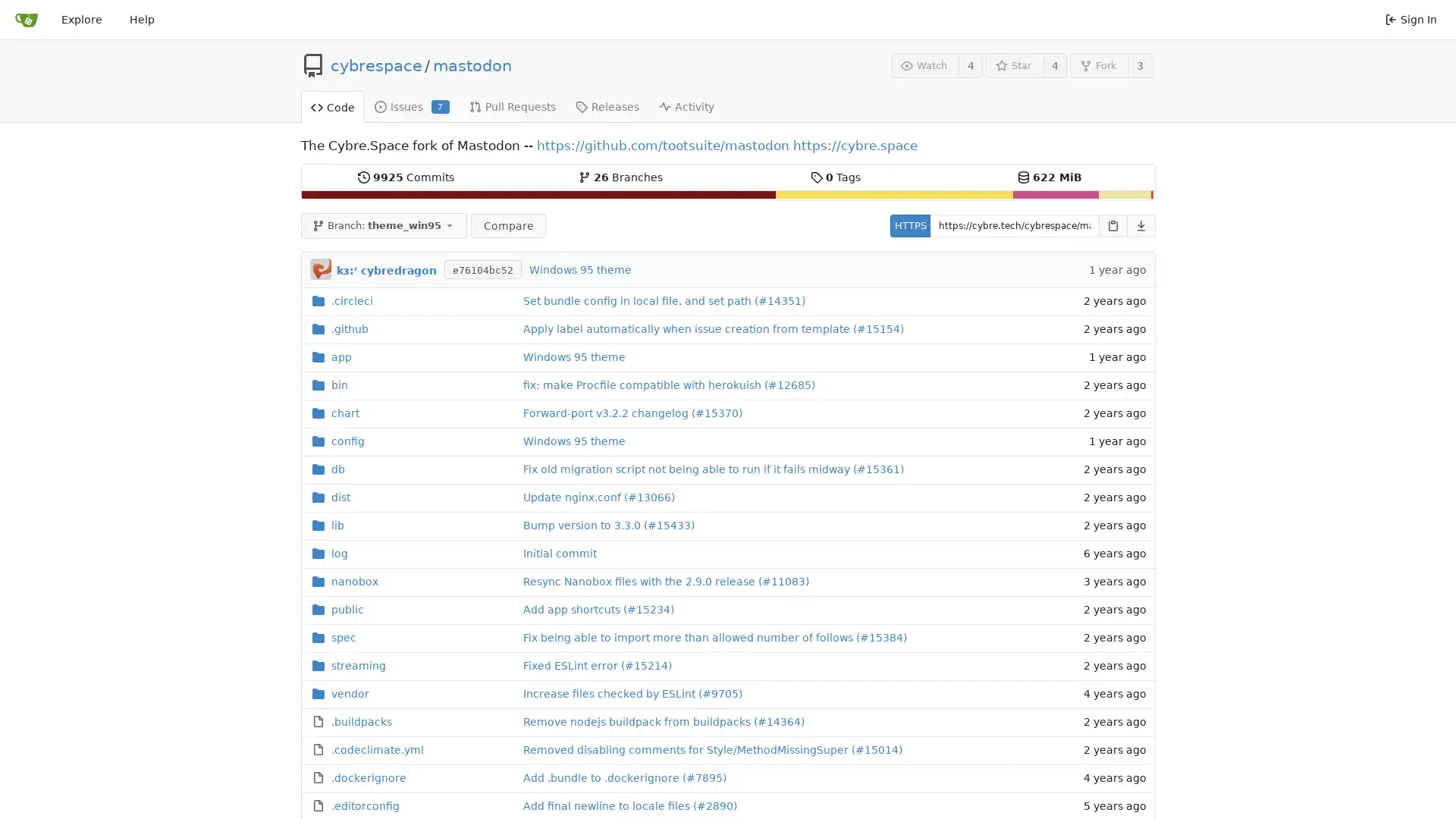 The width and height of the screenshot is (1456, 819). I want to click on Watch, so click(924, 64).